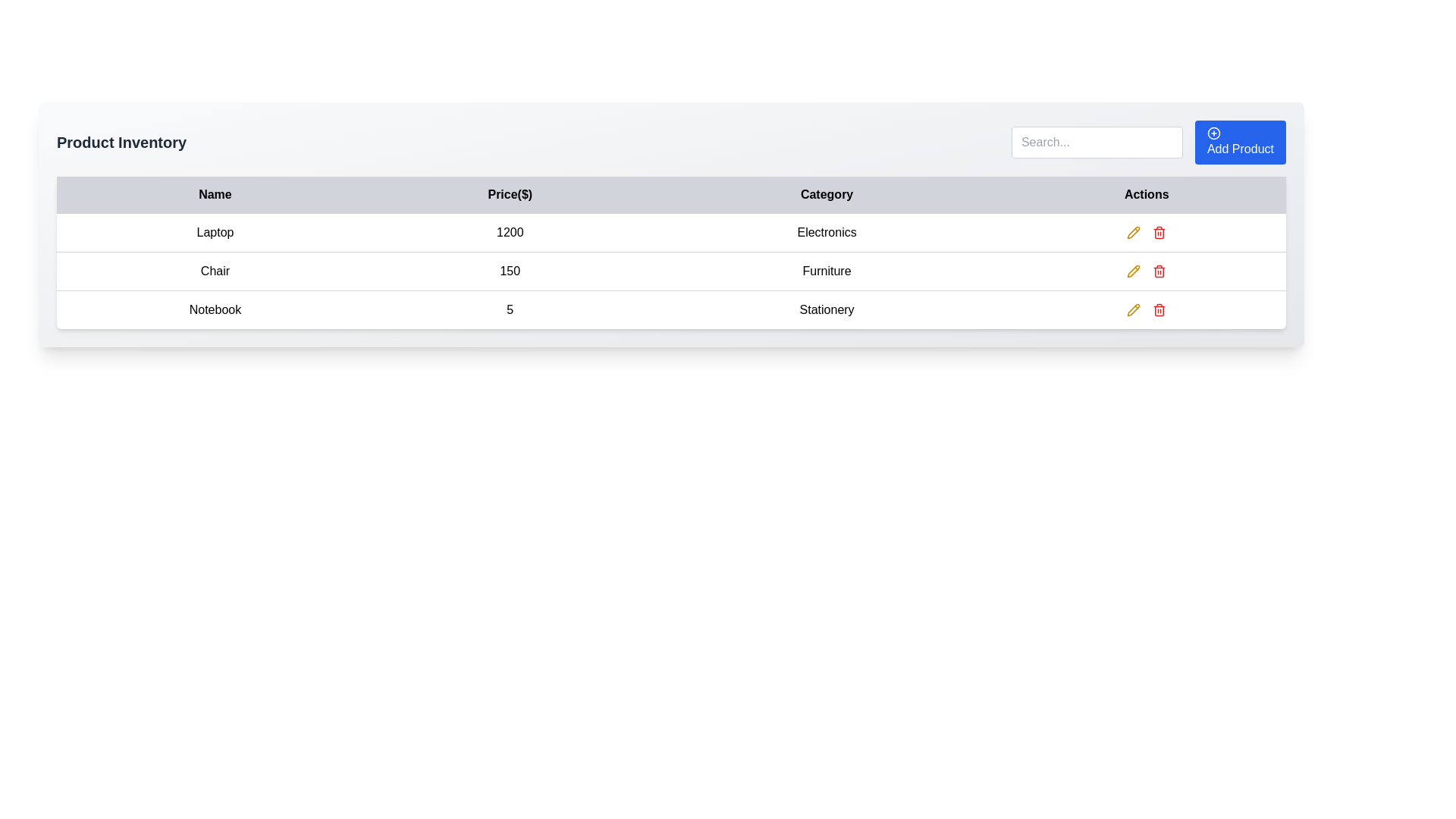 The image size is (1456, 819). Describe the element at coordinates (826, 233) in the screenshot. I see `the text label displaying the category of the associated item` at that location.